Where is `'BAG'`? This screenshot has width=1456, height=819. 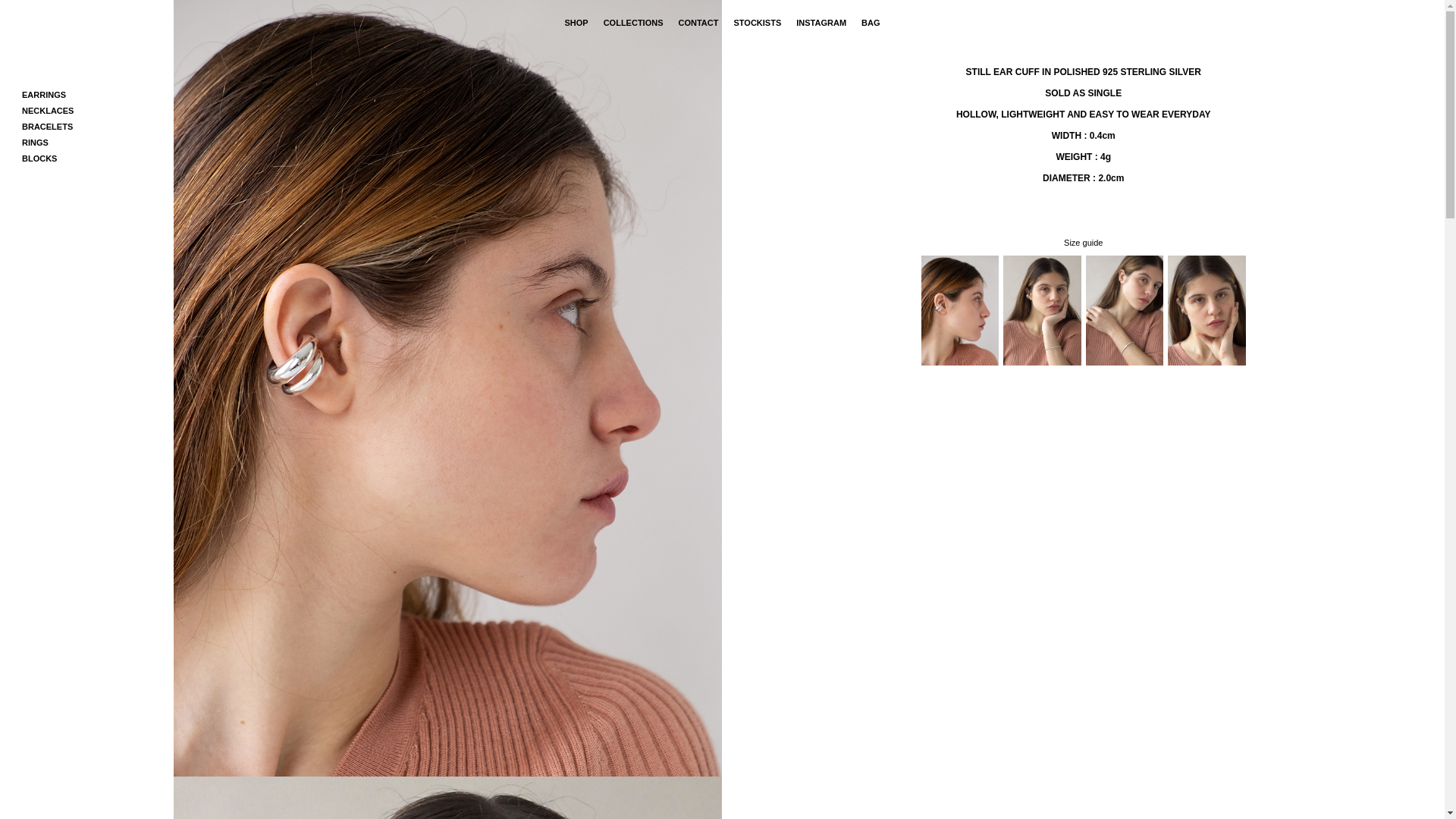
'BAG' is located at coordinates (870, 23).